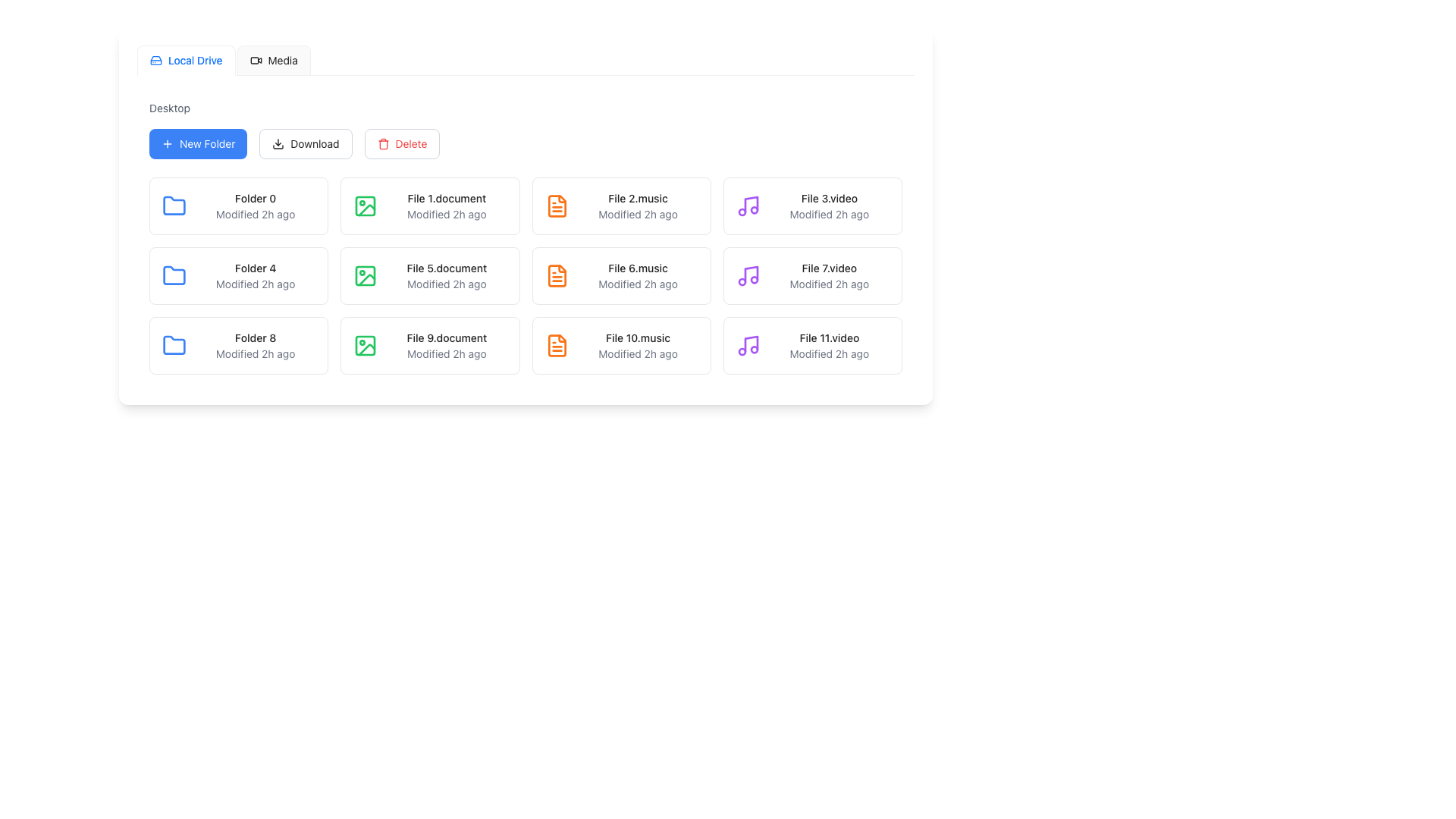  Describe the element at coordinates (446, 345) in the screenshot. I see `the File card representing 'File 9.document' located in the second column and third row of the file grid` at that location.